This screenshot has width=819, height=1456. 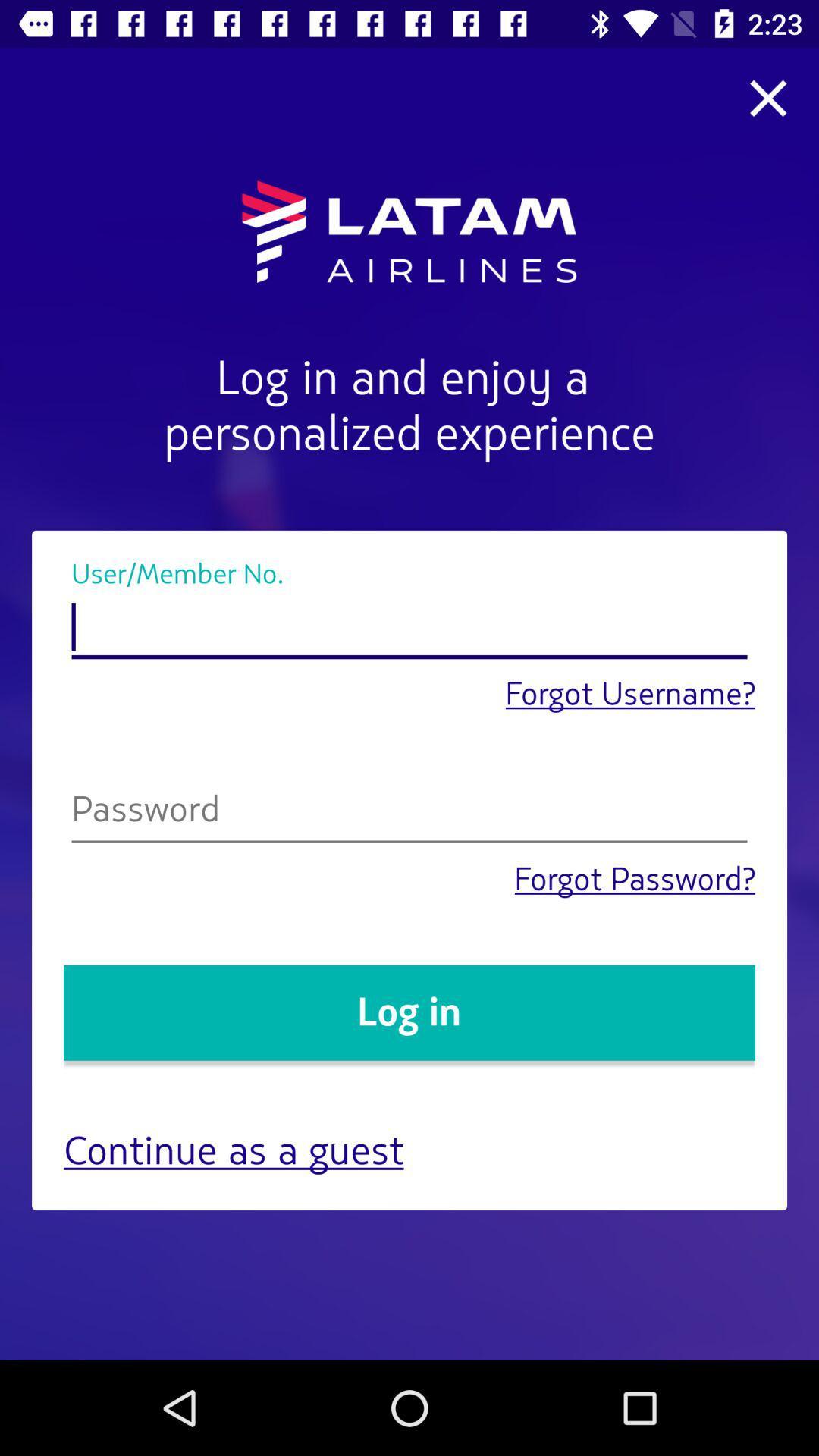 What do you see at coordinates (409, 812) in the screenshot?
I see `password` at bounding box center [409, 812].